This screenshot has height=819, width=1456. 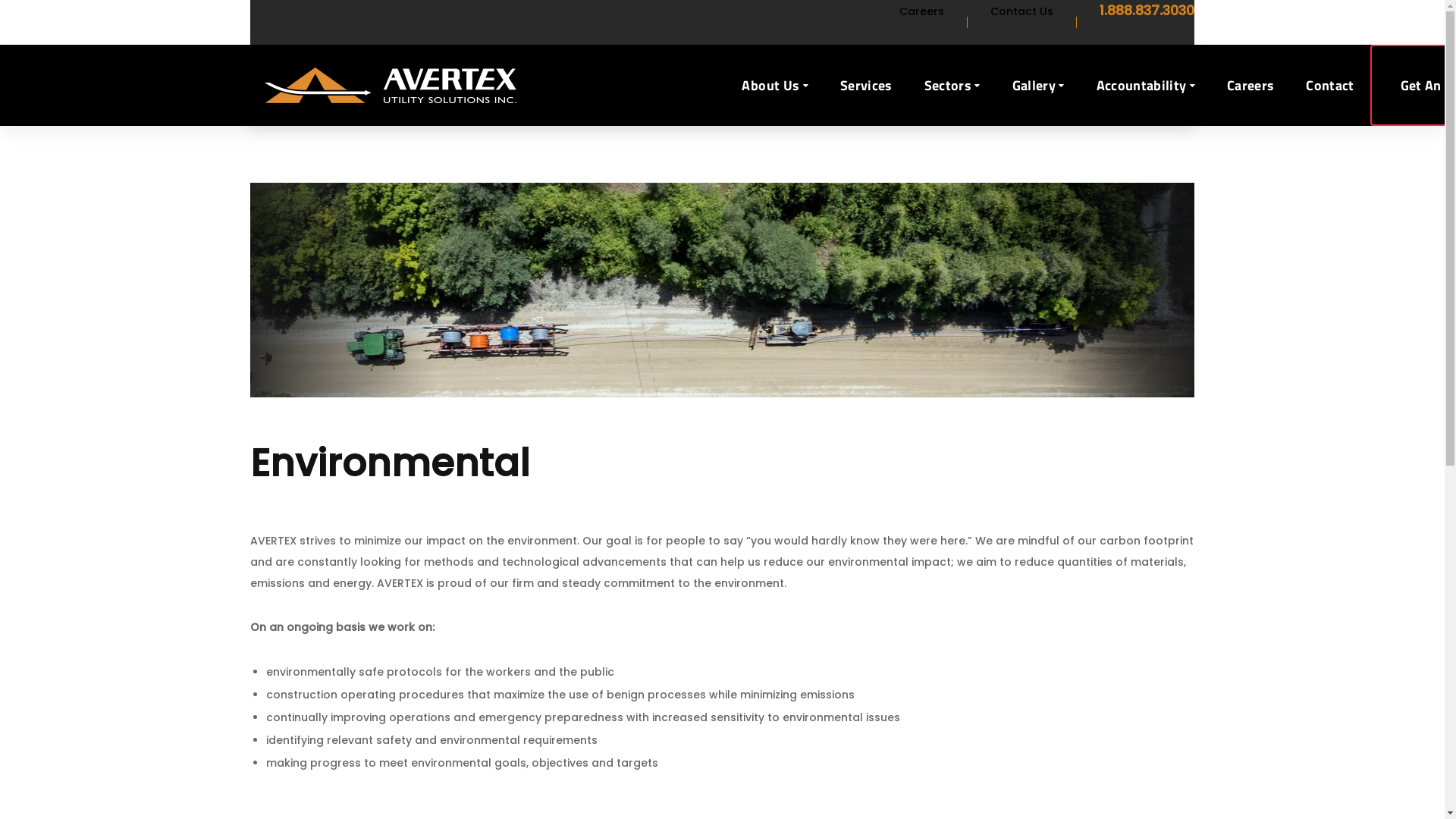 I want to click on 'About Us', so click(x=774, y=84).